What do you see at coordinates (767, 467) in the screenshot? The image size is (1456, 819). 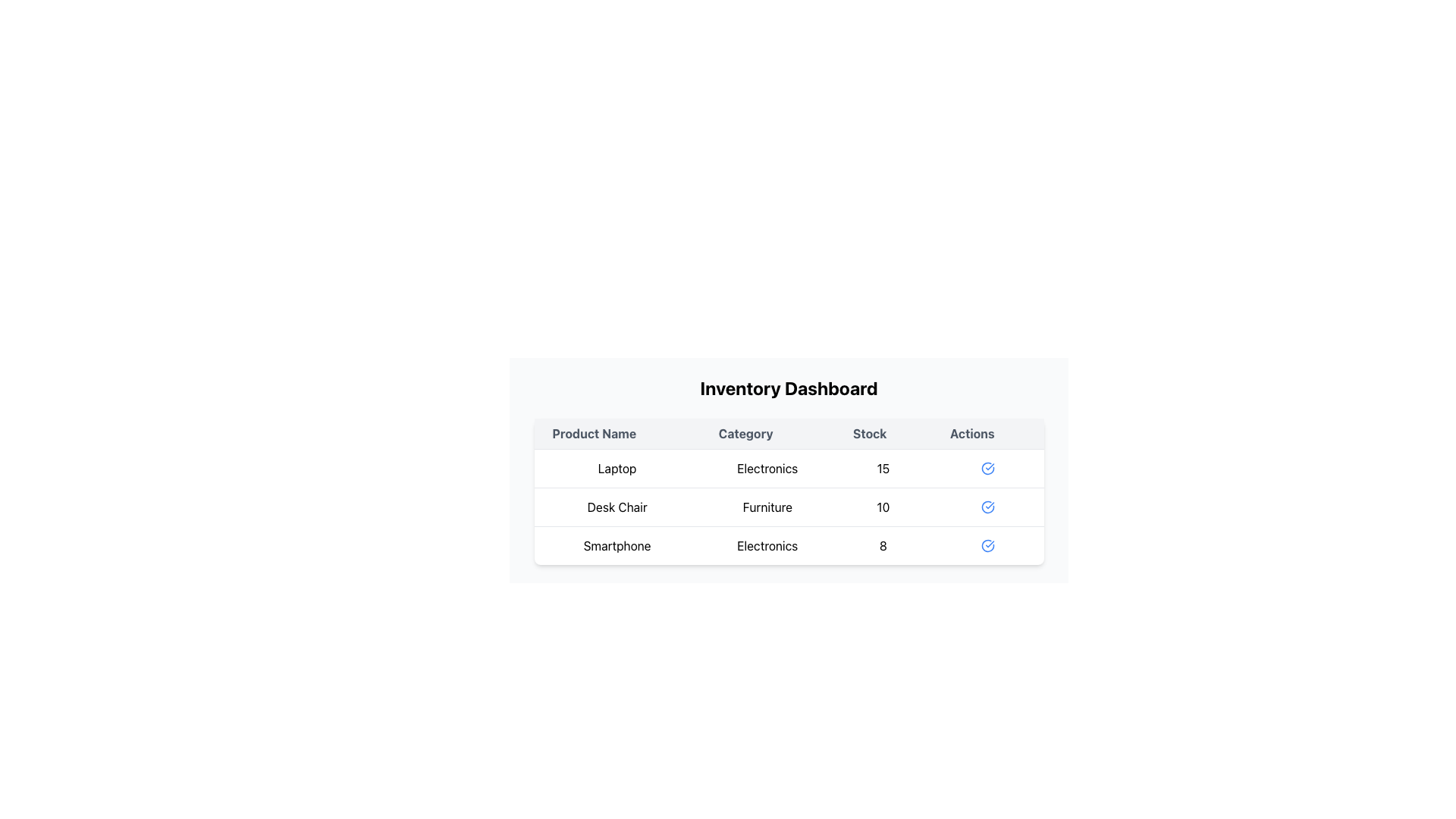 I see `the 'Electronics' text label in the 'Category' column of the 'Inventory Dashboard' table` at bounding box center [767, 467].